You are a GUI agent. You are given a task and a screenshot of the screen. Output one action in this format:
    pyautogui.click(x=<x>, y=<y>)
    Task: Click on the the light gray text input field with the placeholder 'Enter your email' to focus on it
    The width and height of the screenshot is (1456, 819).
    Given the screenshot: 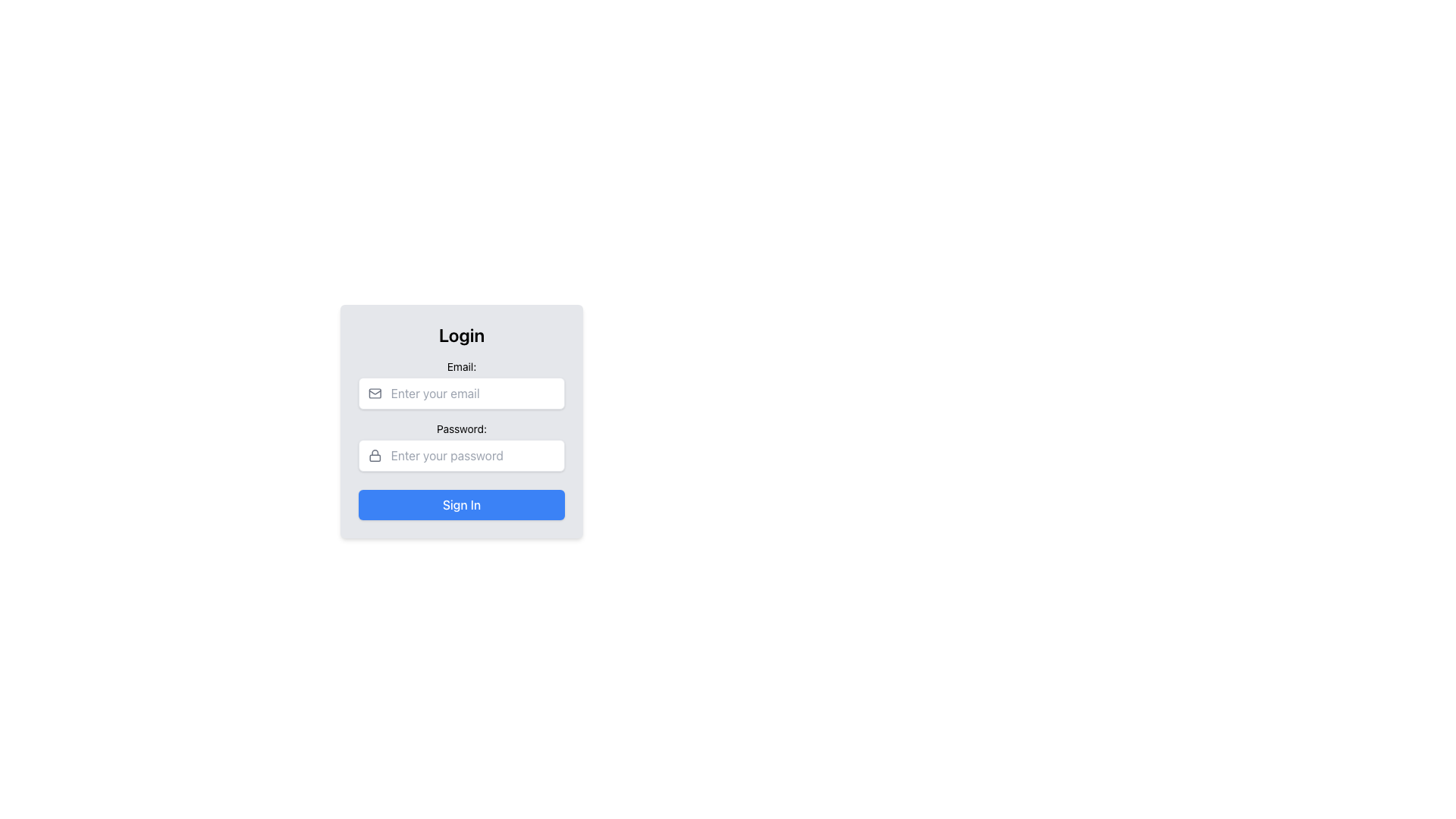 What is the action you would take?
    pyautogui.click(x=472, y=393)
    